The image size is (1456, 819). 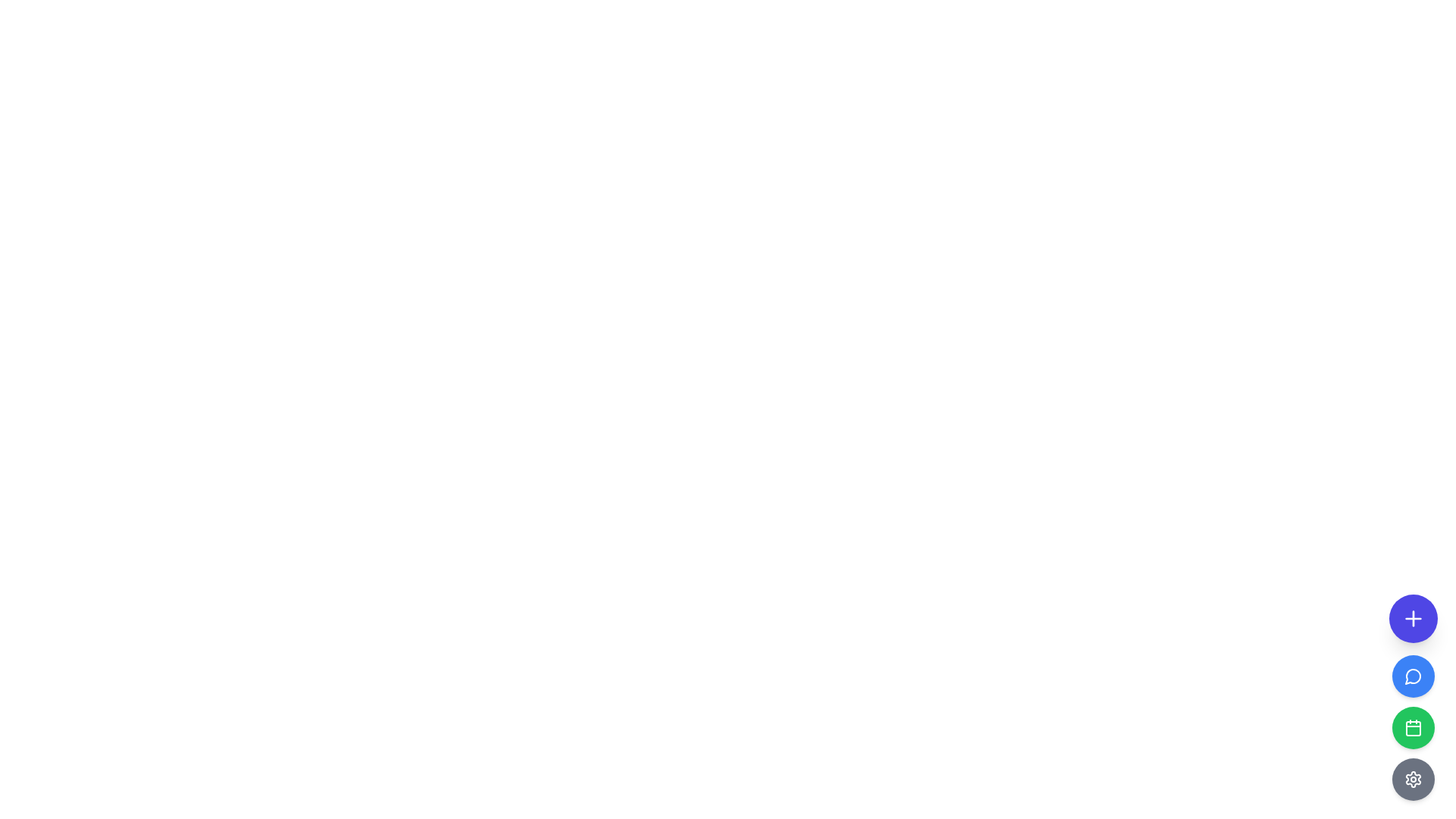 I want to click on the calendar trigger button located between a blue button with a speech bubble icon above and a gray button with a settings icon below, so click(x=1412, y=727).